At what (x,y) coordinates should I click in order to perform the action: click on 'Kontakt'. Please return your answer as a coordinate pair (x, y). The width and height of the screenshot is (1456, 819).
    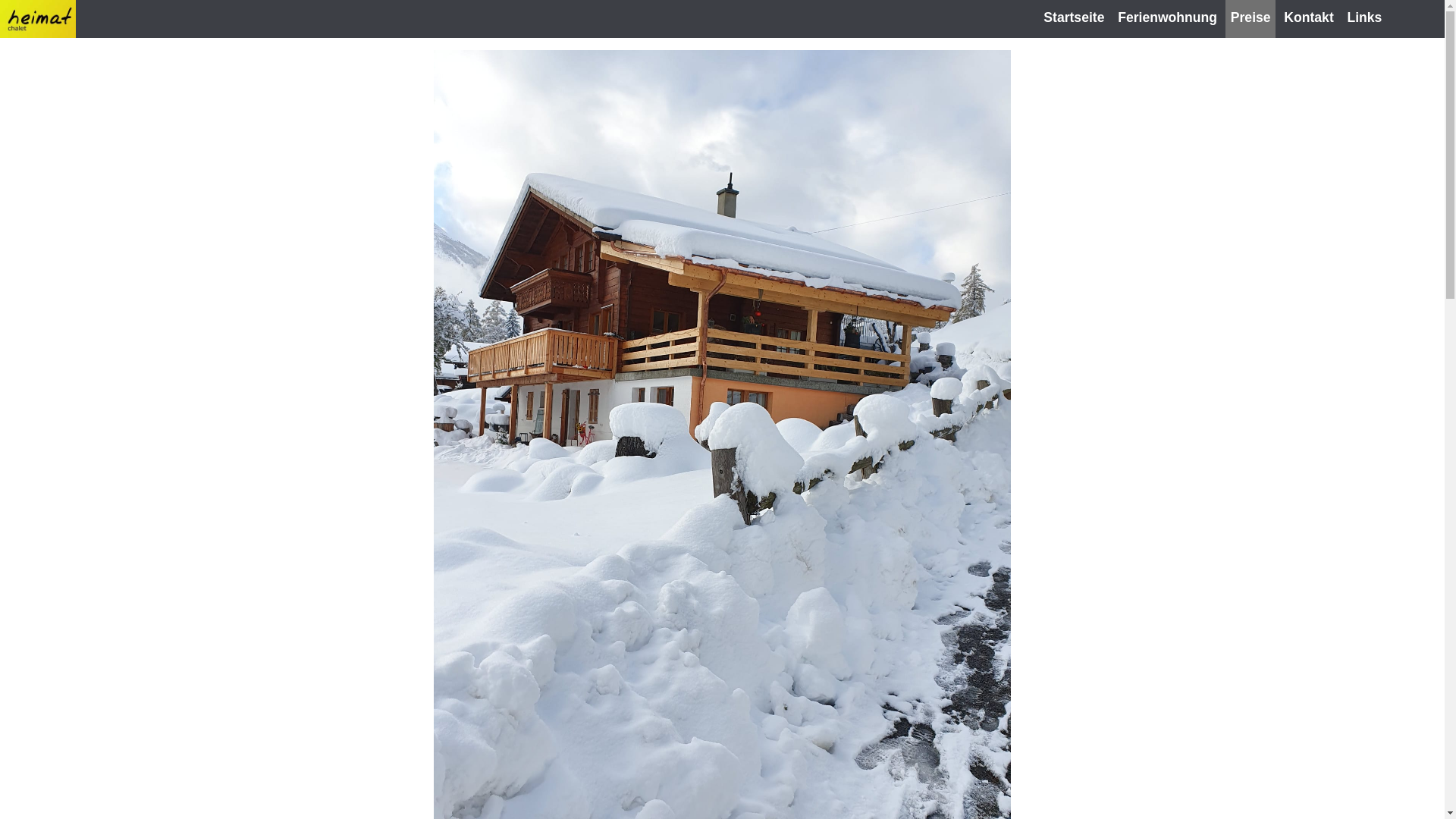
    Looking at the image, I should click on (1283, 17).